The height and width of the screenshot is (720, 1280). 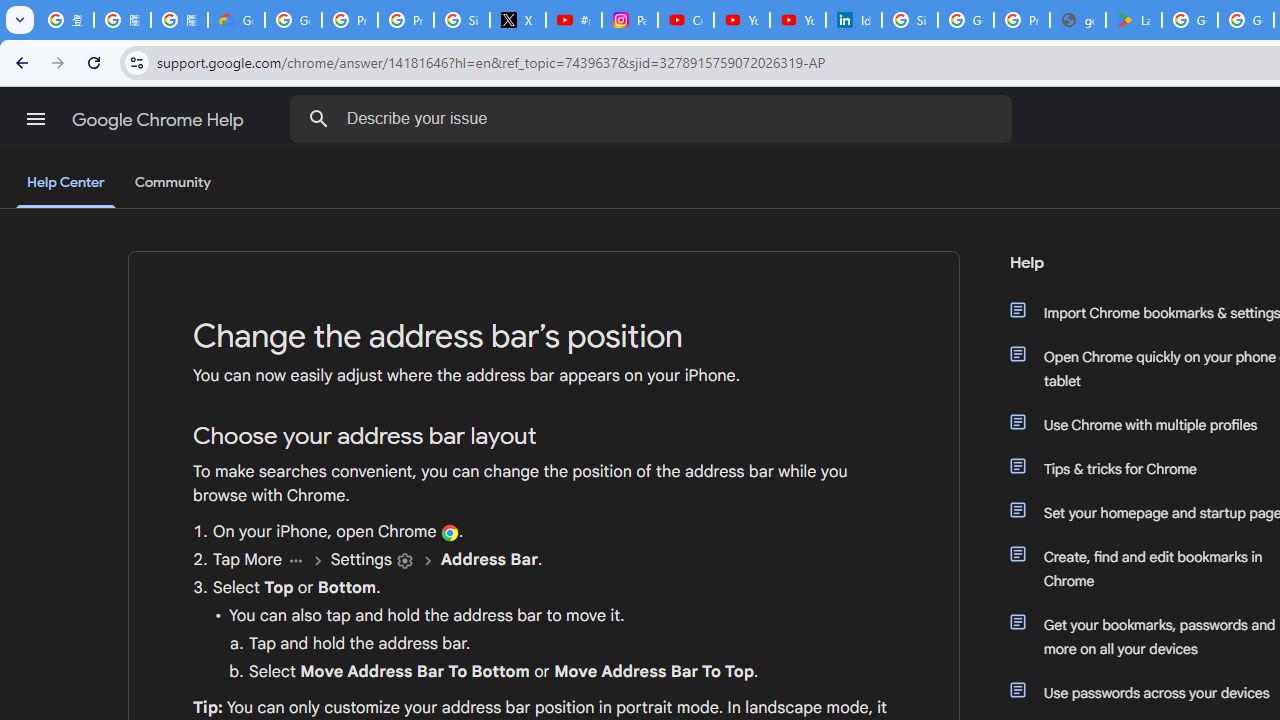 What do you see at coordinates (404, 20) in the screenshot?
I see `'Privacy Help Center - Policies Help'` at bounding box center [404, 20].